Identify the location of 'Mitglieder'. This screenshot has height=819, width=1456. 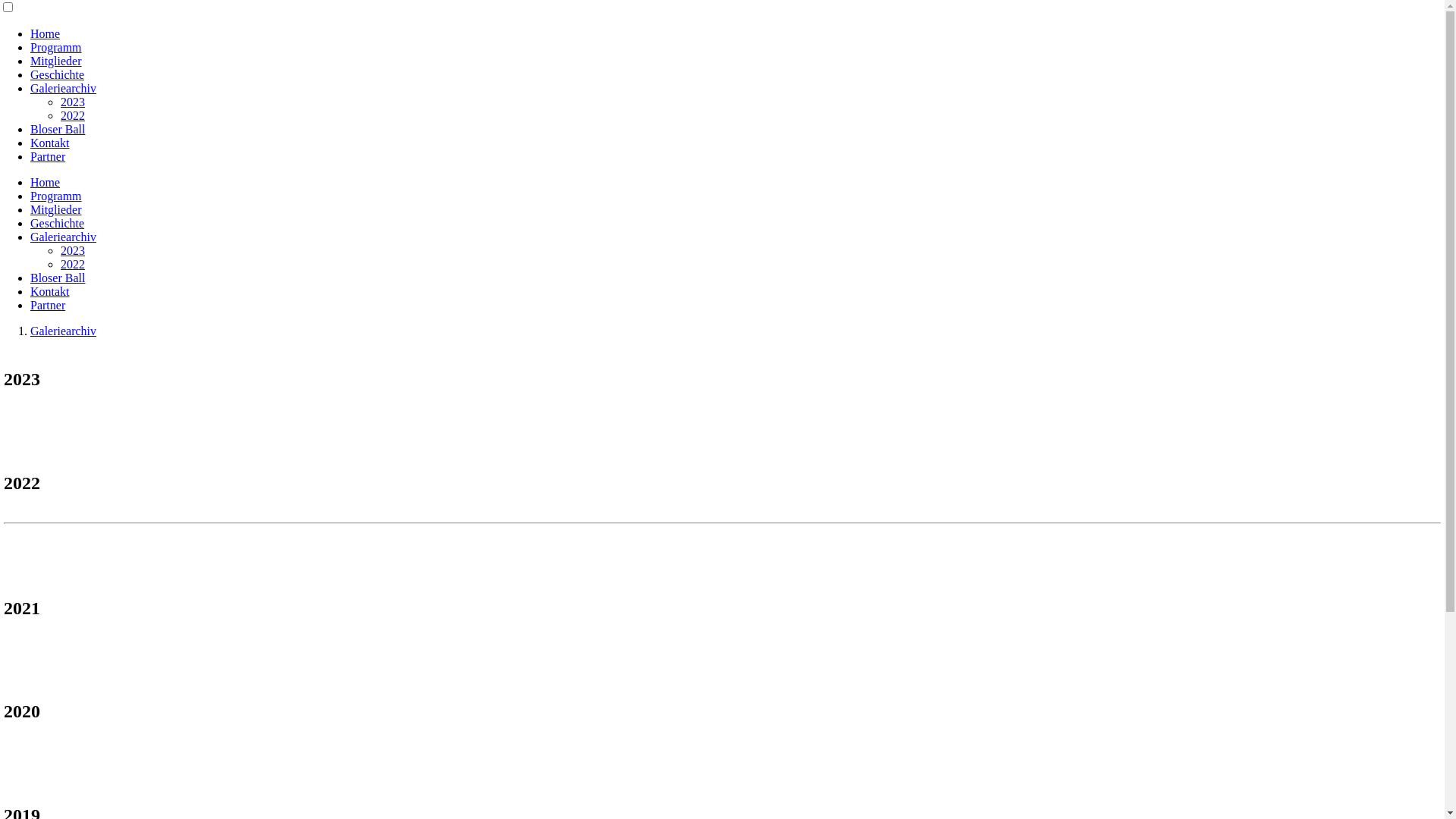
(55, 60).